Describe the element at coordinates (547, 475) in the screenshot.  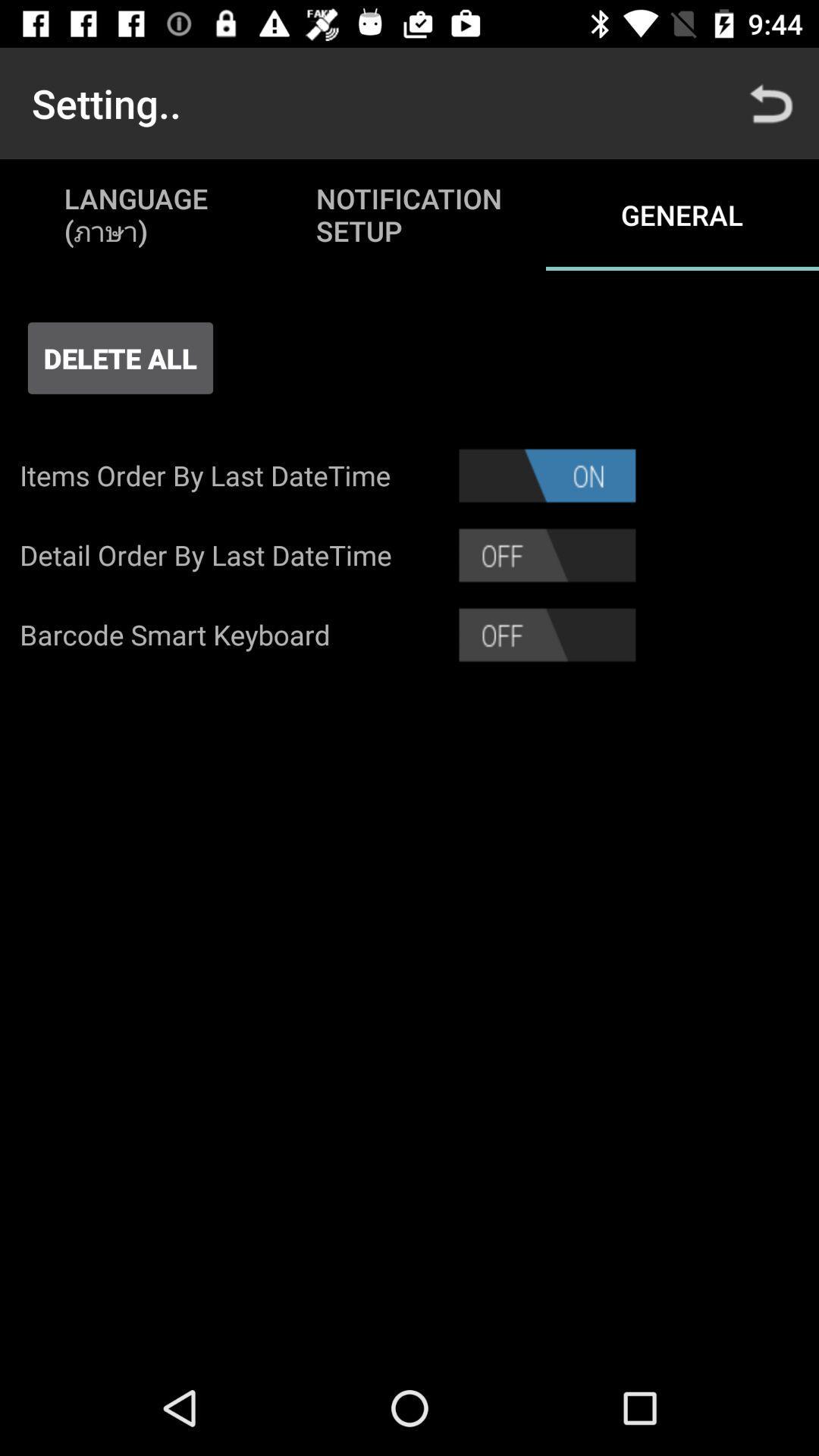
I see `the app next to the items order by item` at that location.